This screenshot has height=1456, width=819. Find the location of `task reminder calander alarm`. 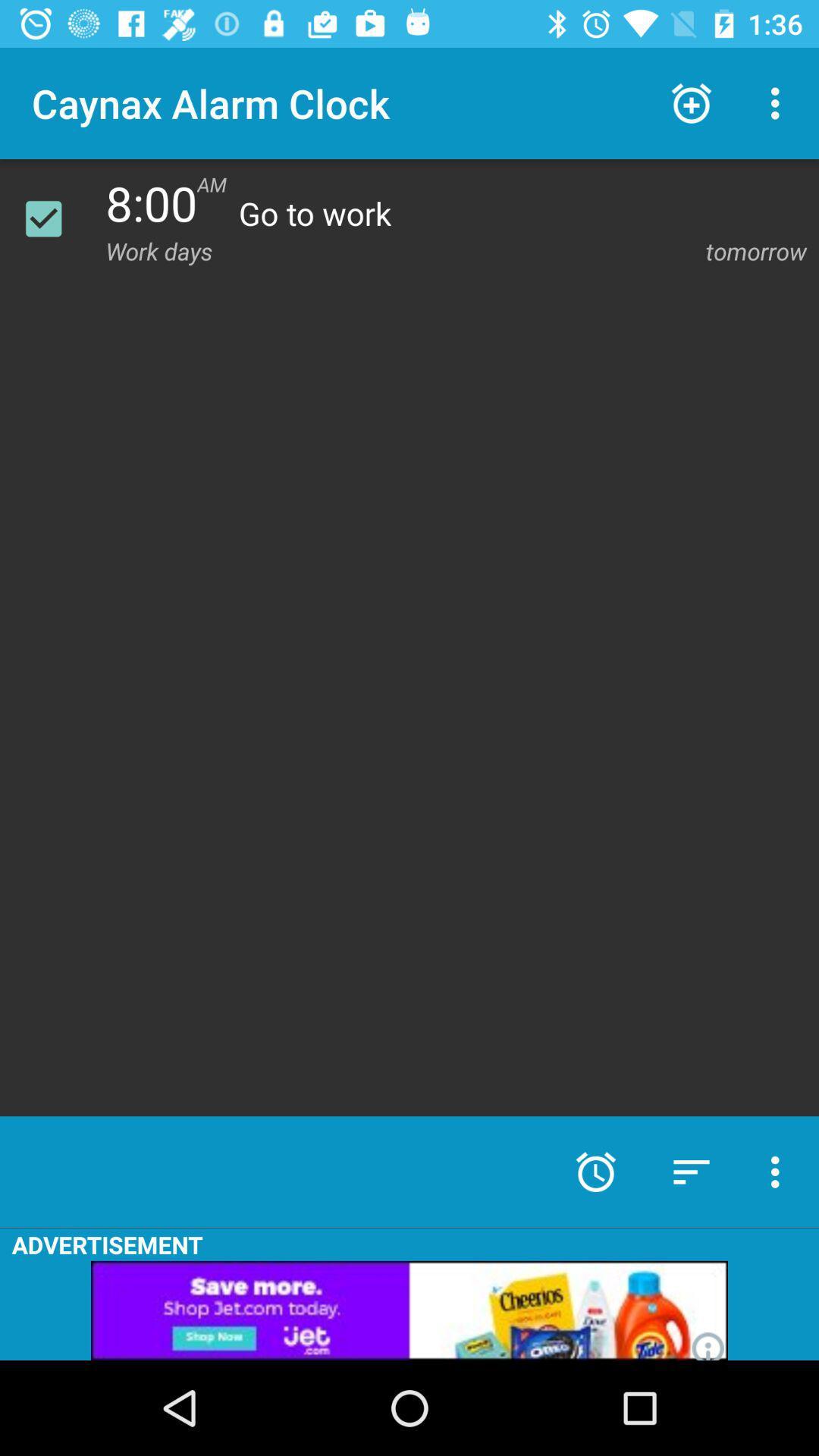

task reminder calander alarm is located at coordinates (52, 218).